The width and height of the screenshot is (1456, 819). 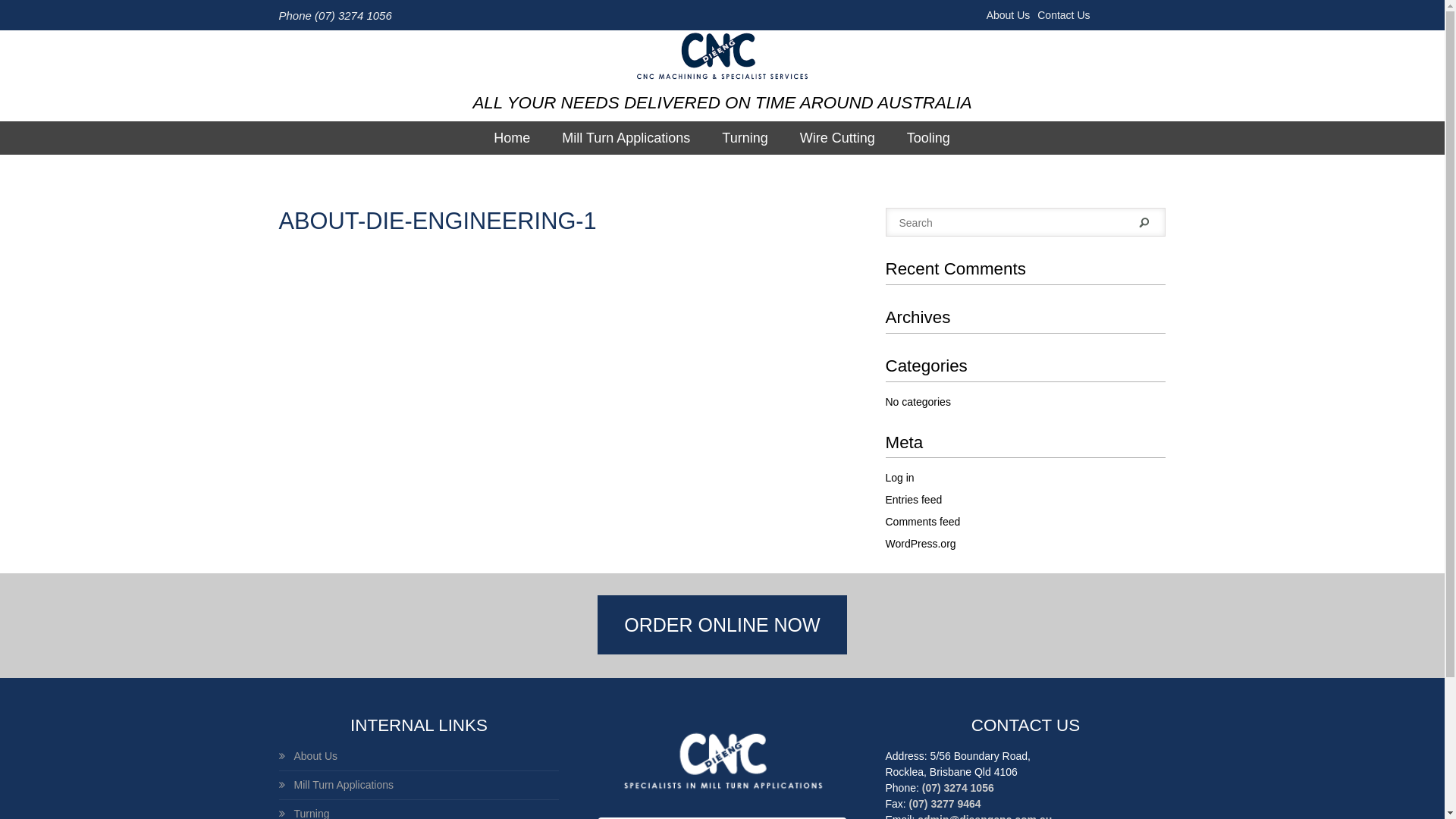 I want to click on 'Mill Turn Applications', so click(x=336, y=785).